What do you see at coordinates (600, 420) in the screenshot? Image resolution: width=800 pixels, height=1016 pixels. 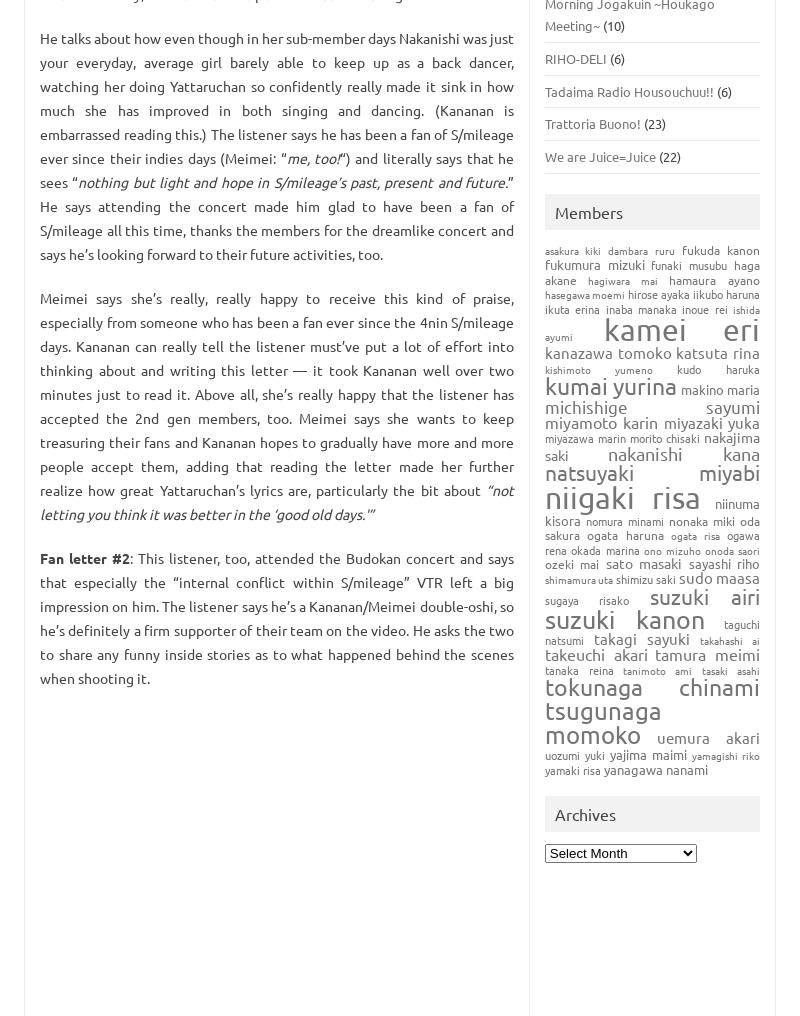 I see `'Miyamoto Karin'` at bounding box center [600, 420].